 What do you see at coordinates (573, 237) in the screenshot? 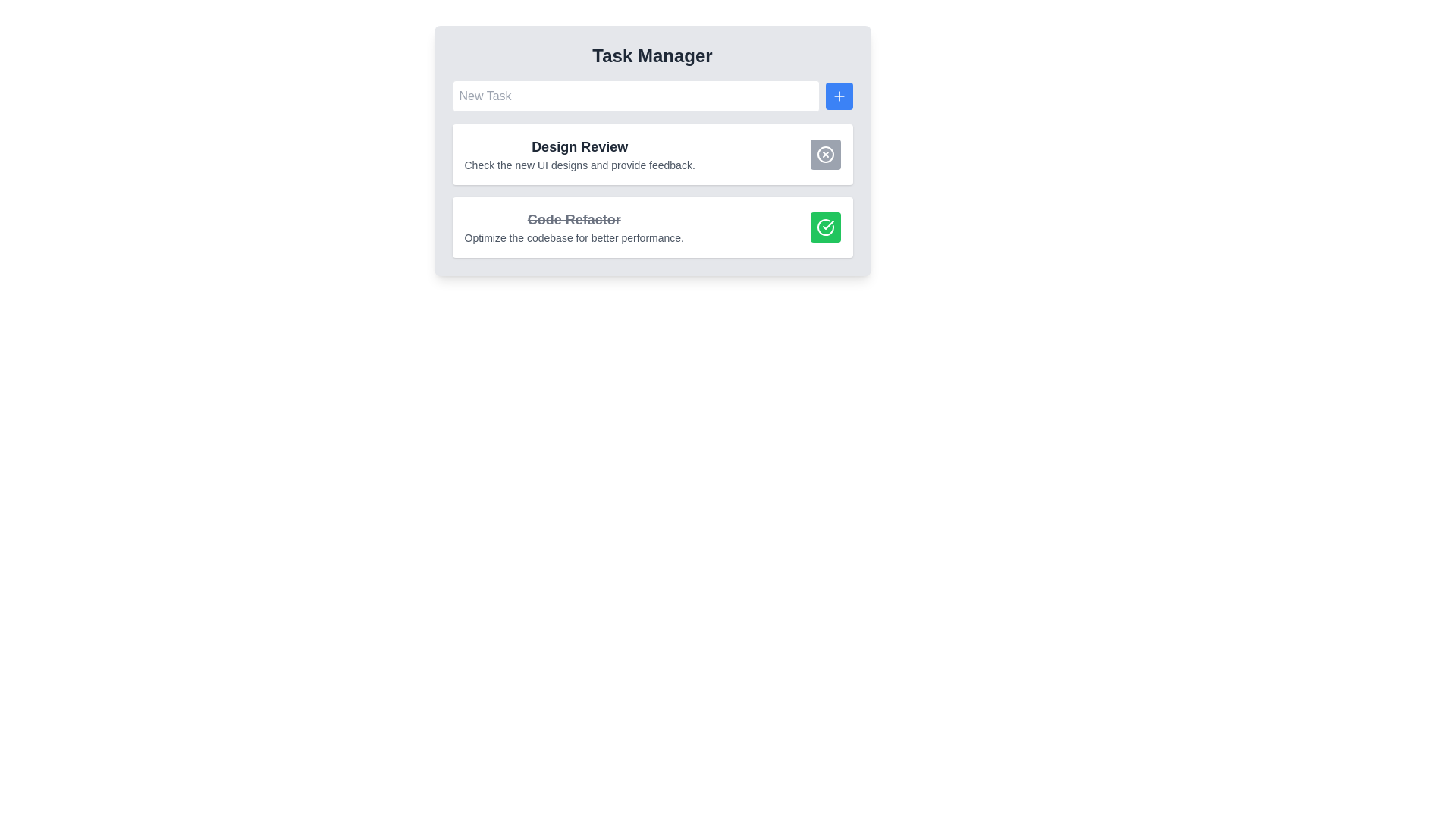
I see `the text in the Text label element displaying 'Optimize the codebase for better performance.' located below the 'Code Refactor' label` at bounding box center [573, 237].